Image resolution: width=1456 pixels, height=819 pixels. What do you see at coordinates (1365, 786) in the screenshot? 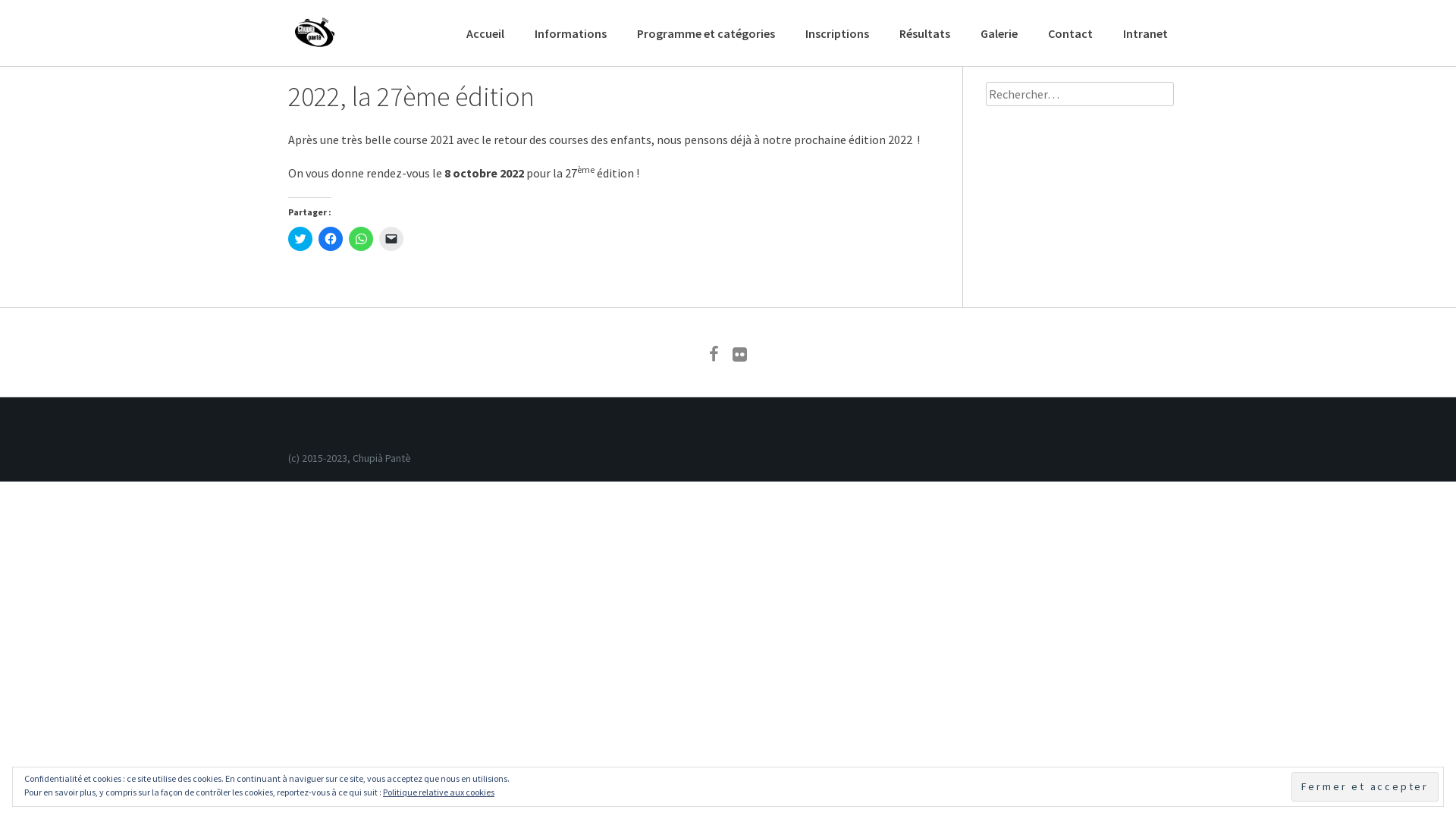
I see `'Fermer et accepter'` at bounding box center [1365, 786].